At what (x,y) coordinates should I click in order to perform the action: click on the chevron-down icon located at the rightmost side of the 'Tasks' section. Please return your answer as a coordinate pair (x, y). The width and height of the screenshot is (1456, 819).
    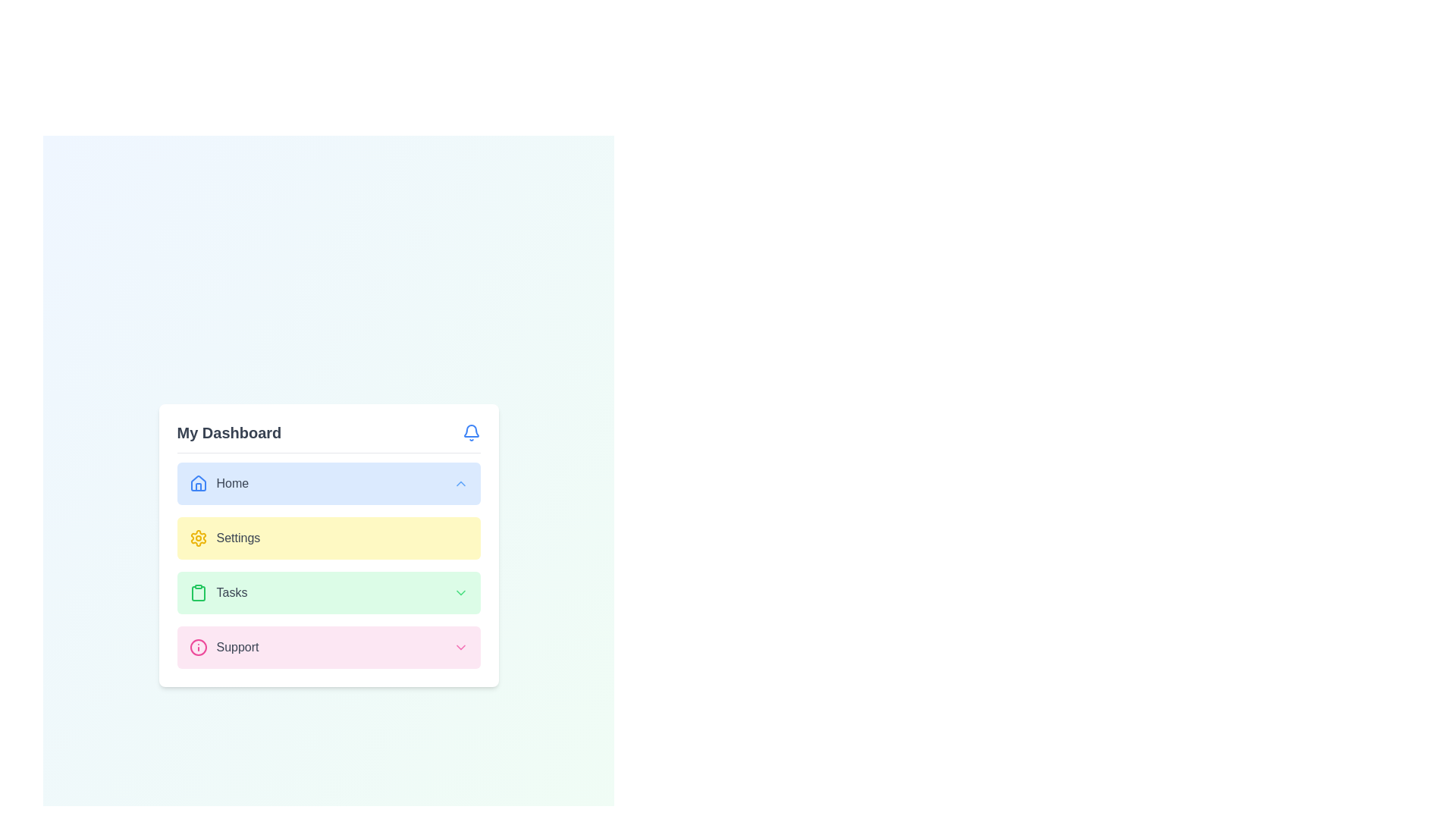
    Looking at the image, I should click on (460, 591).